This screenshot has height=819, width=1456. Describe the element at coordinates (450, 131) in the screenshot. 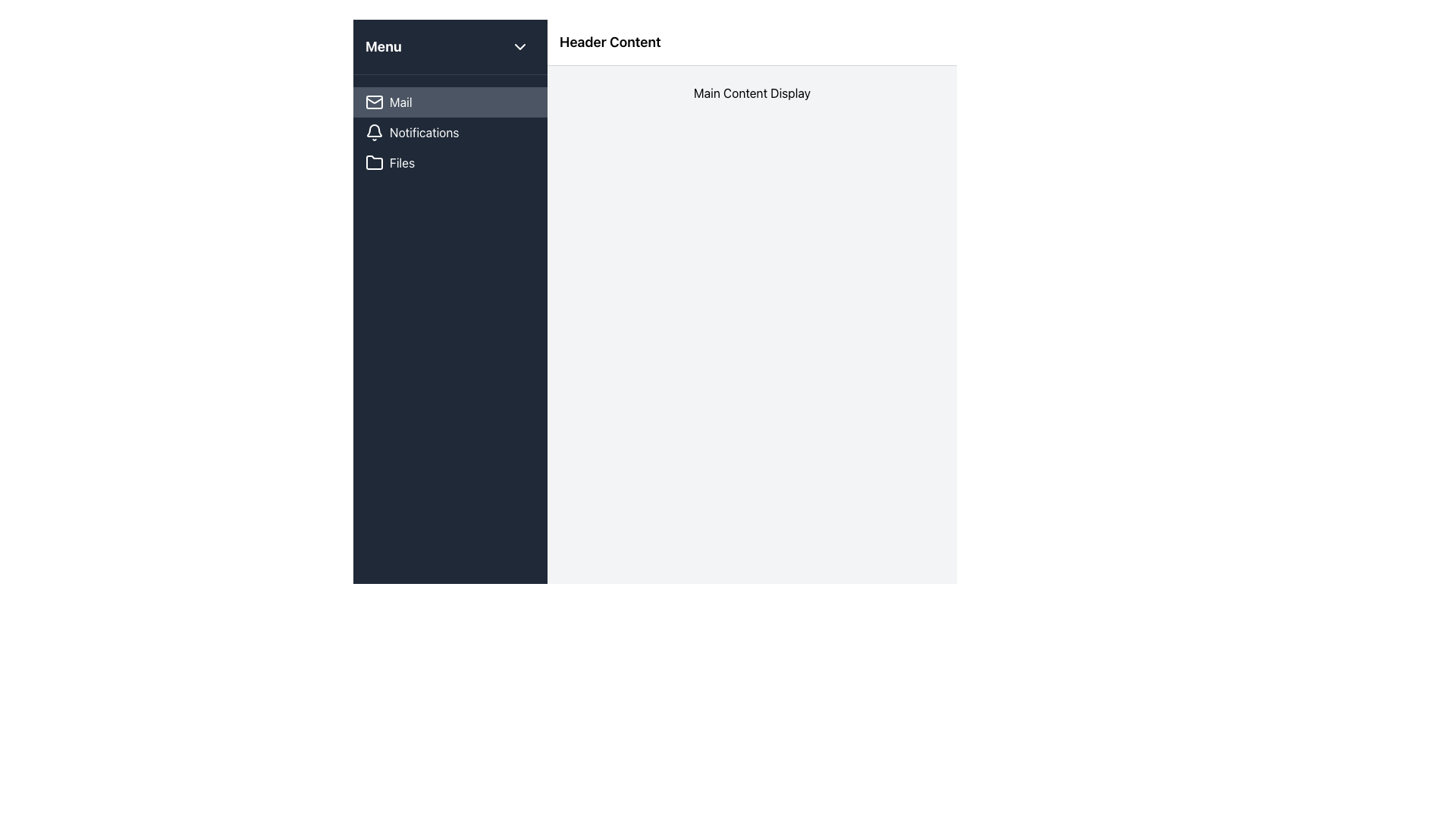

I see `the 'Notifications' menu item in the vertical navigation bar` at that location.